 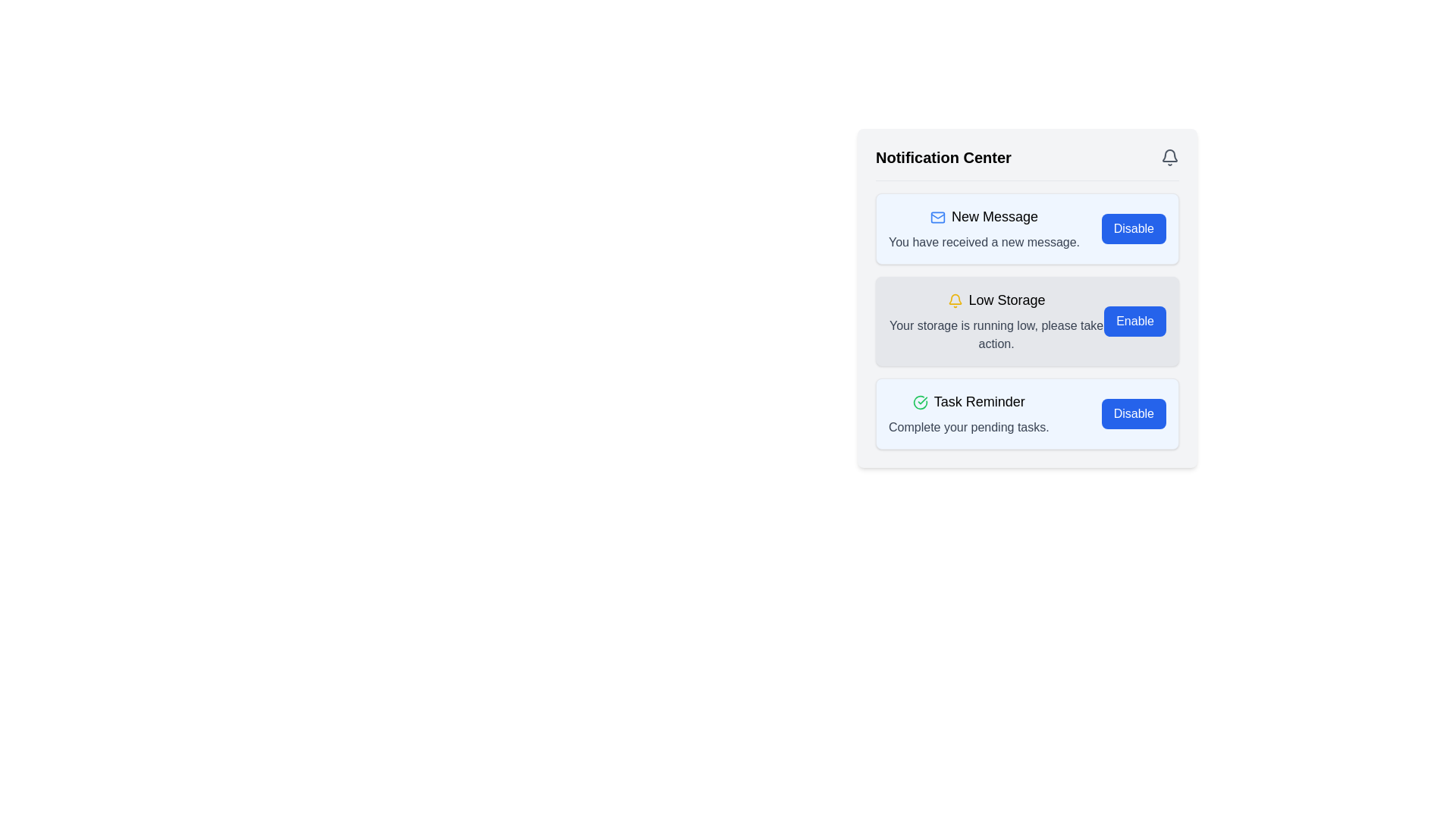 I want to click on the informational Text Label that communicates a low storage condition, located within the 'Low Storage' notification card in the 'Notification Center', so click(x=996, y=334).